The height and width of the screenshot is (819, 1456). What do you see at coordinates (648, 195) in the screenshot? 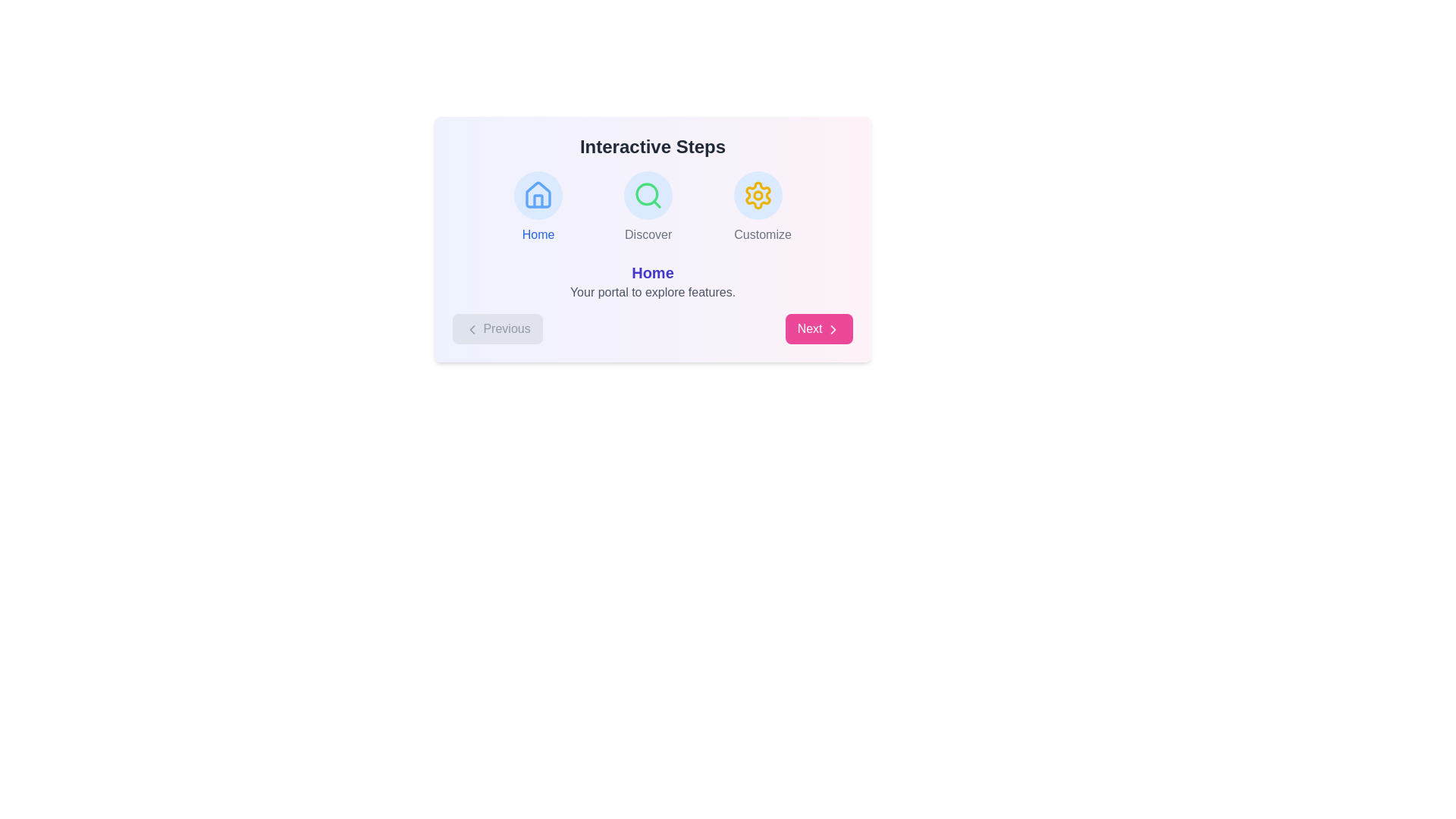
I see `the visual design of the circular icon with a light blue background and a green magnifying glass symbol, located in the middle of the 'Discover' section between 'Home' and 'Customize'` at bounding box center [648, 195].